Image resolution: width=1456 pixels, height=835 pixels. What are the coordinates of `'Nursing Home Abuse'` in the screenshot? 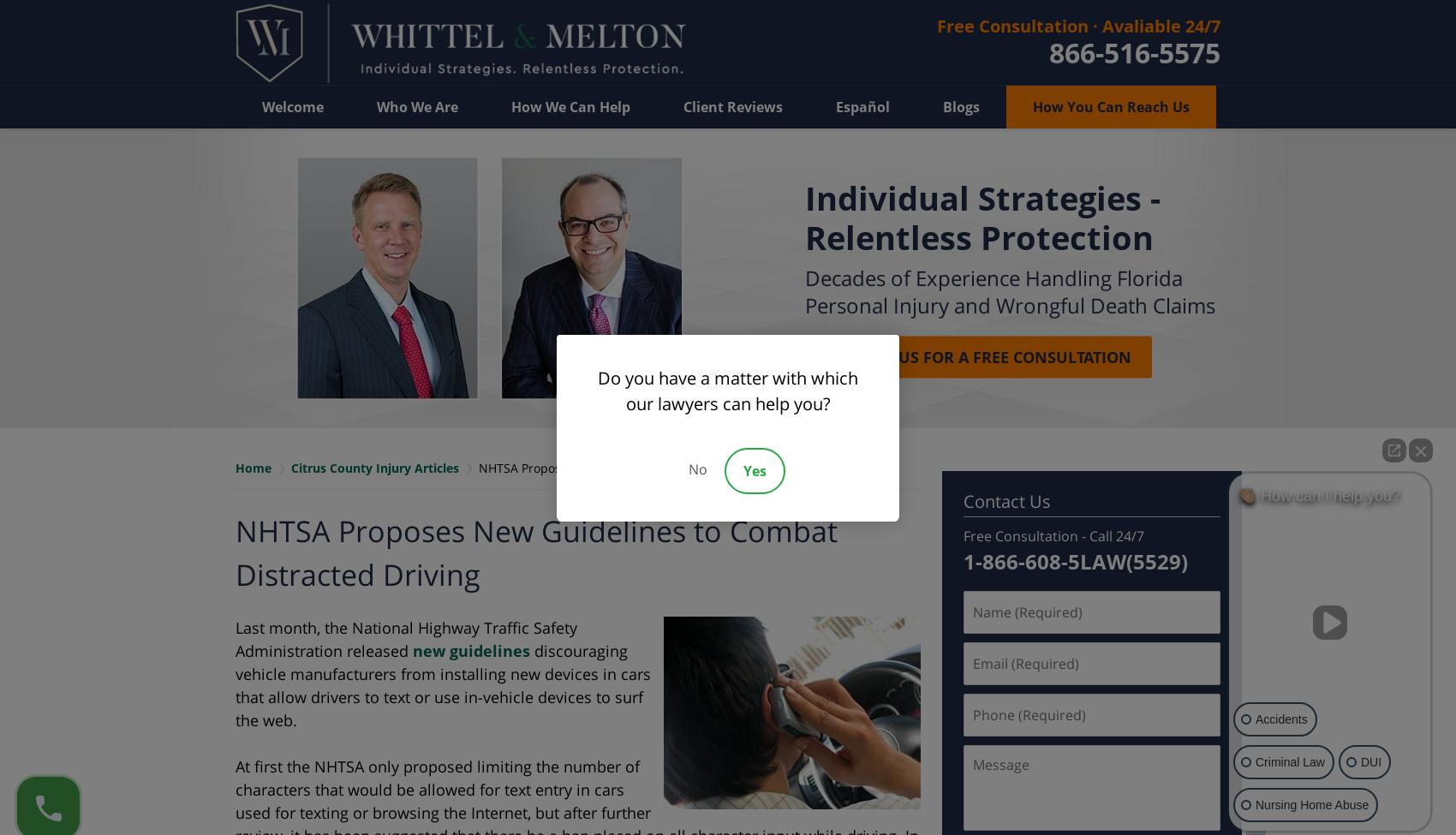 It's located at (1255, 803).